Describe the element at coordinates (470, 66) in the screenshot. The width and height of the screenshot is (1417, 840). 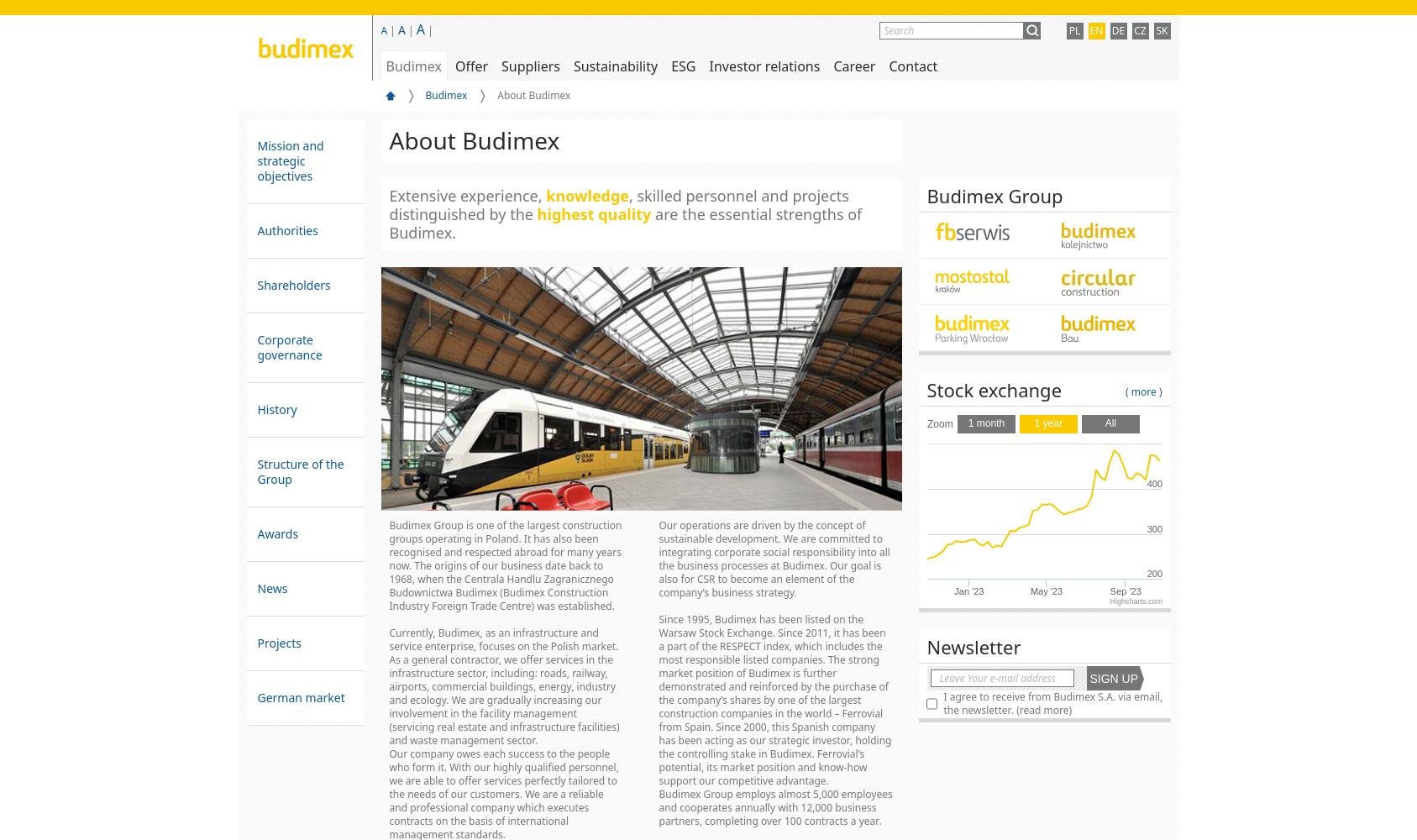
I see `'Offer'` at that location.